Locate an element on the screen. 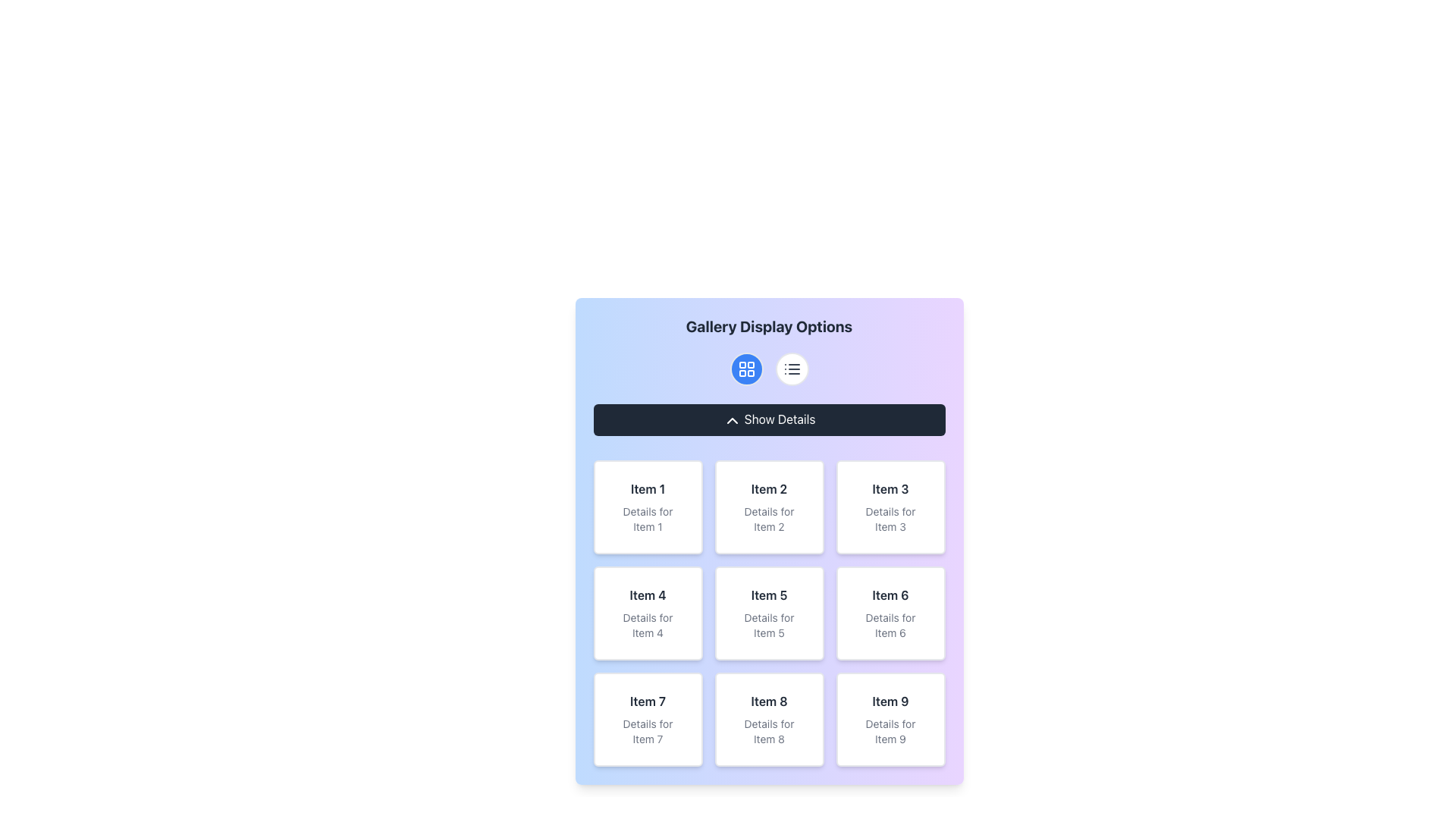 This screenshot has width=1456, height=819. the card component displaying 'Item 1' with a white background and rounded corners located at the top-left corner of the grid is located at coordinates (648, 507).